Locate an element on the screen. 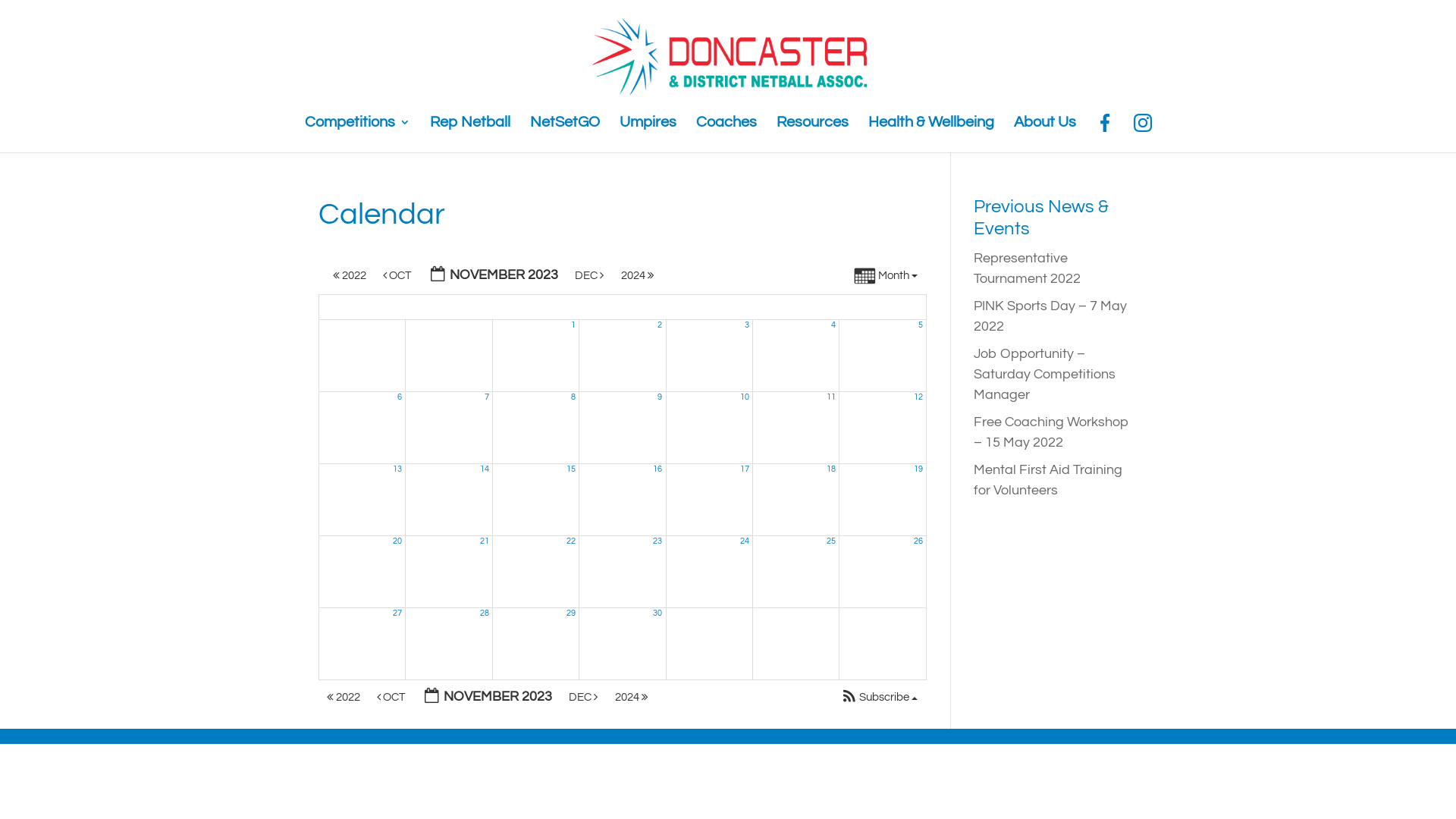 This screenshot has width=1456, height=819. 'Health & Wellbeing' is located at coordinates (930, 131).